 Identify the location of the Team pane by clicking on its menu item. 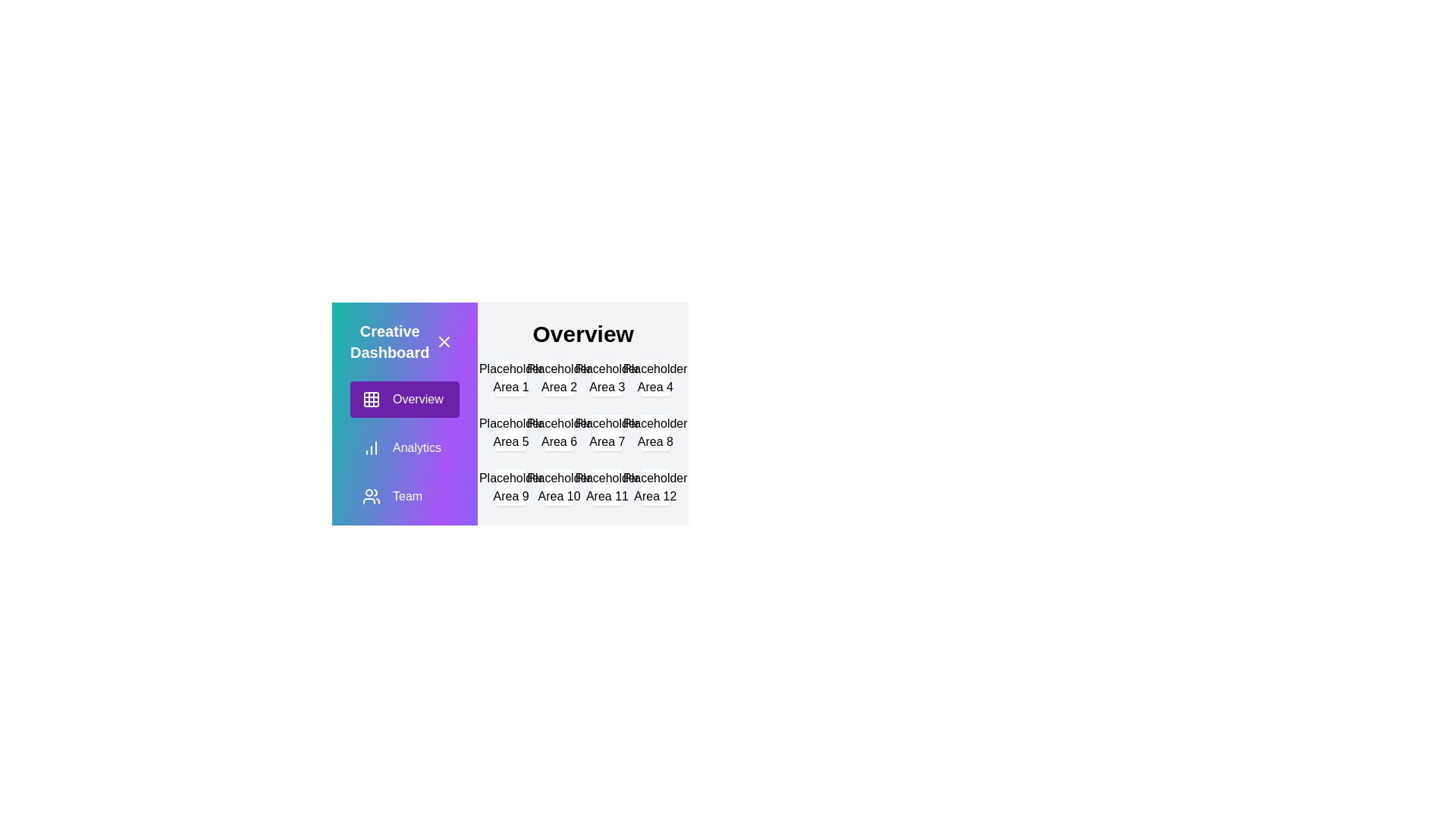
(404, 497).